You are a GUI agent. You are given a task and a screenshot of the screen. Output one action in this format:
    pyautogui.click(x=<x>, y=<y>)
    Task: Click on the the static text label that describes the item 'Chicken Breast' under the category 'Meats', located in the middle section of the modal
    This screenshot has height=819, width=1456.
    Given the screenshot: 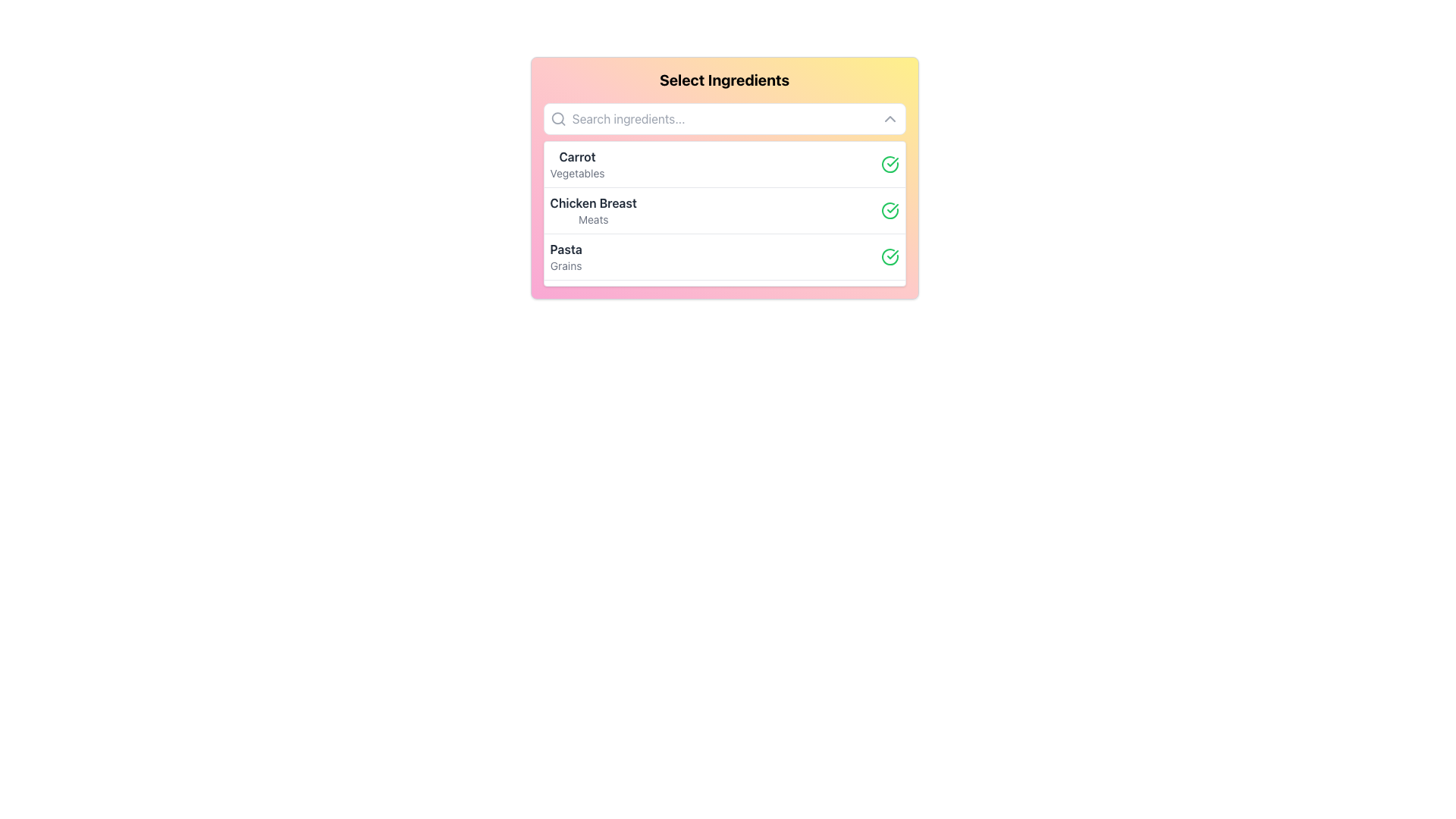 What is the action you would take?
    pyautogui.click(x=592, y=219)
    